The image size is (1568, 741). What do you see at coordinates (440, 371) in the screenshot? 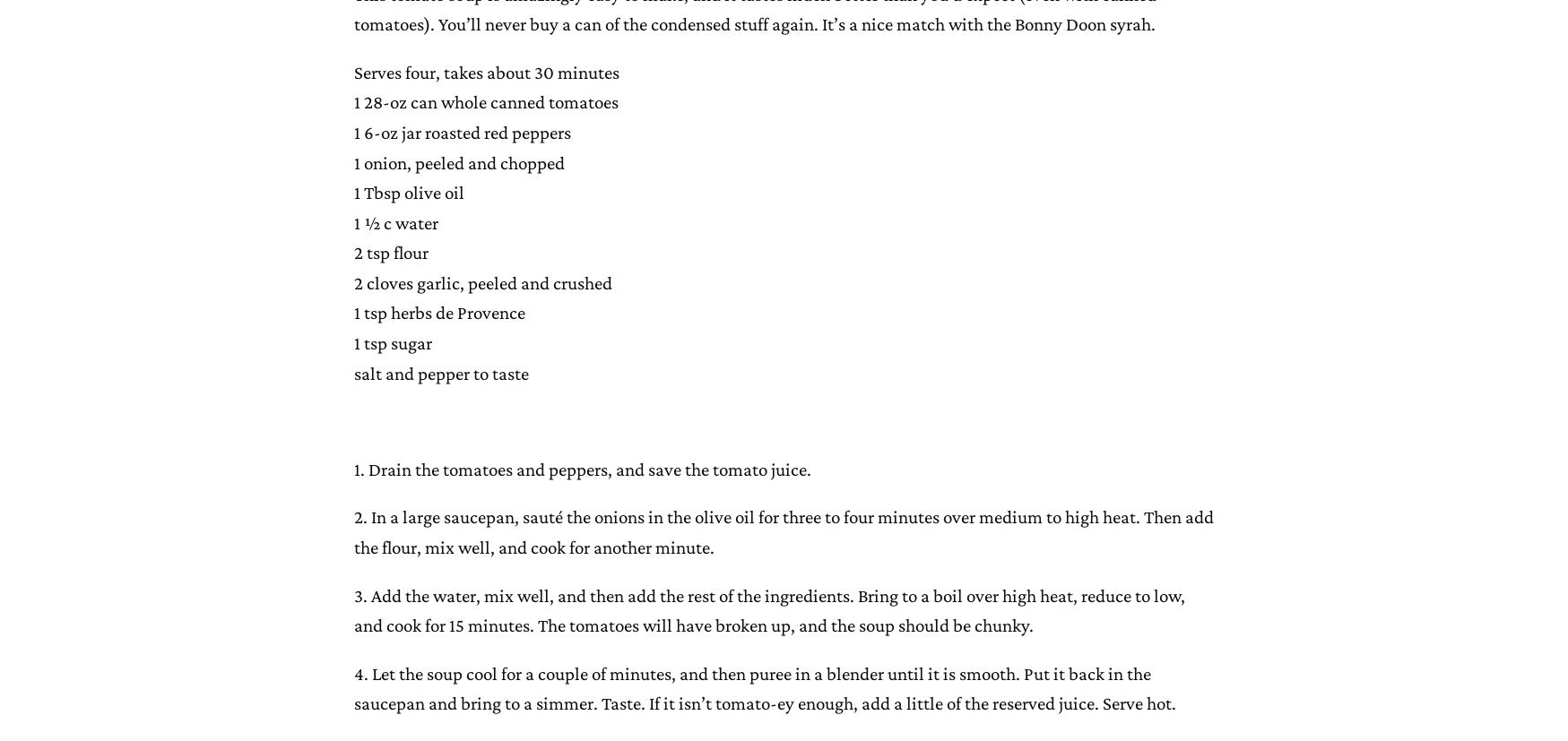
I see `'salt and pepper to taste'` at bounding box center [440, 371].